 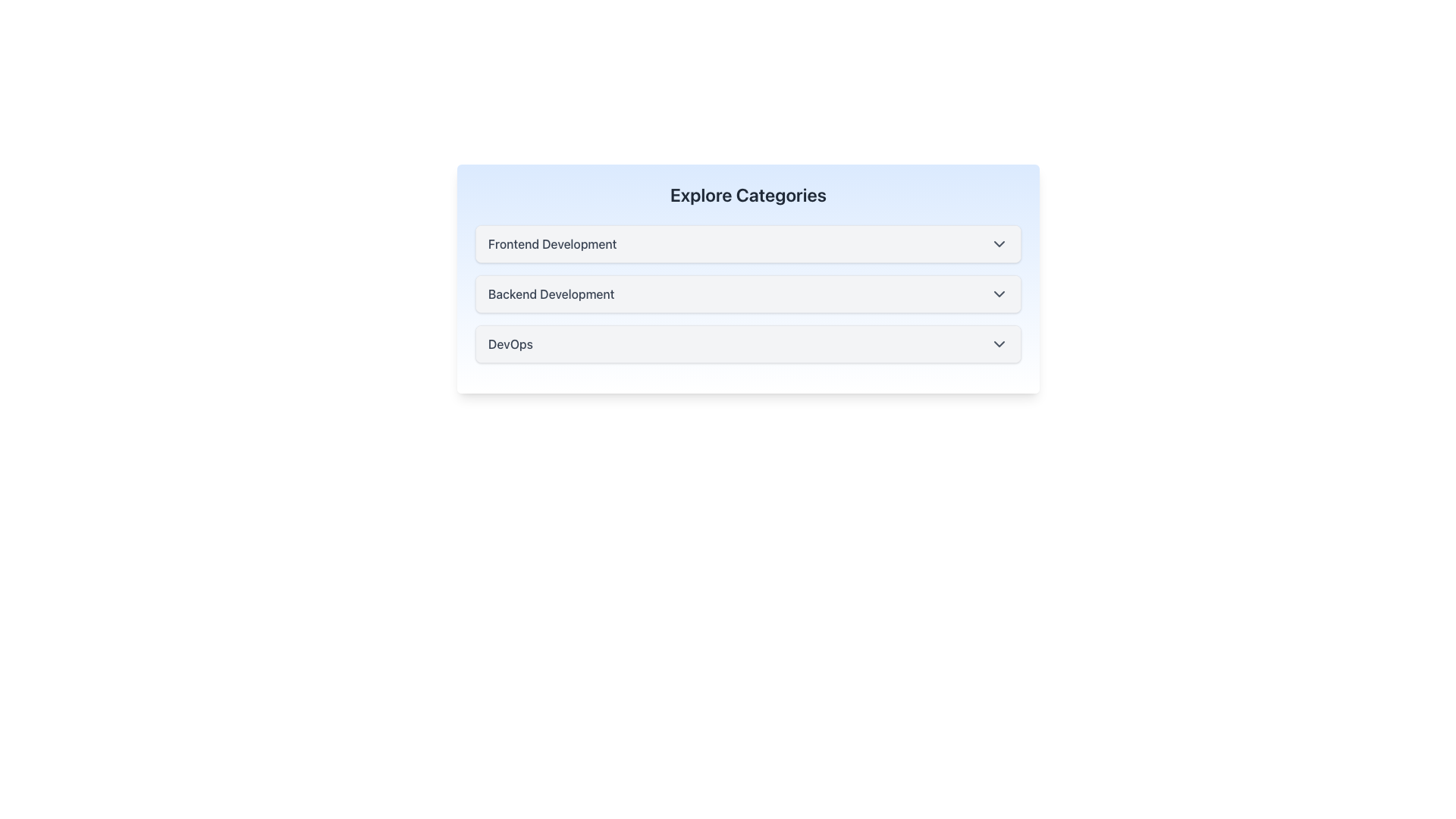 What do you see at coordinates (999, 243) in the screenshot?
I see `the dropdown indicator icon located at the far-right end of the 'Frontend Development' list item` at bounding box center [999, 243].